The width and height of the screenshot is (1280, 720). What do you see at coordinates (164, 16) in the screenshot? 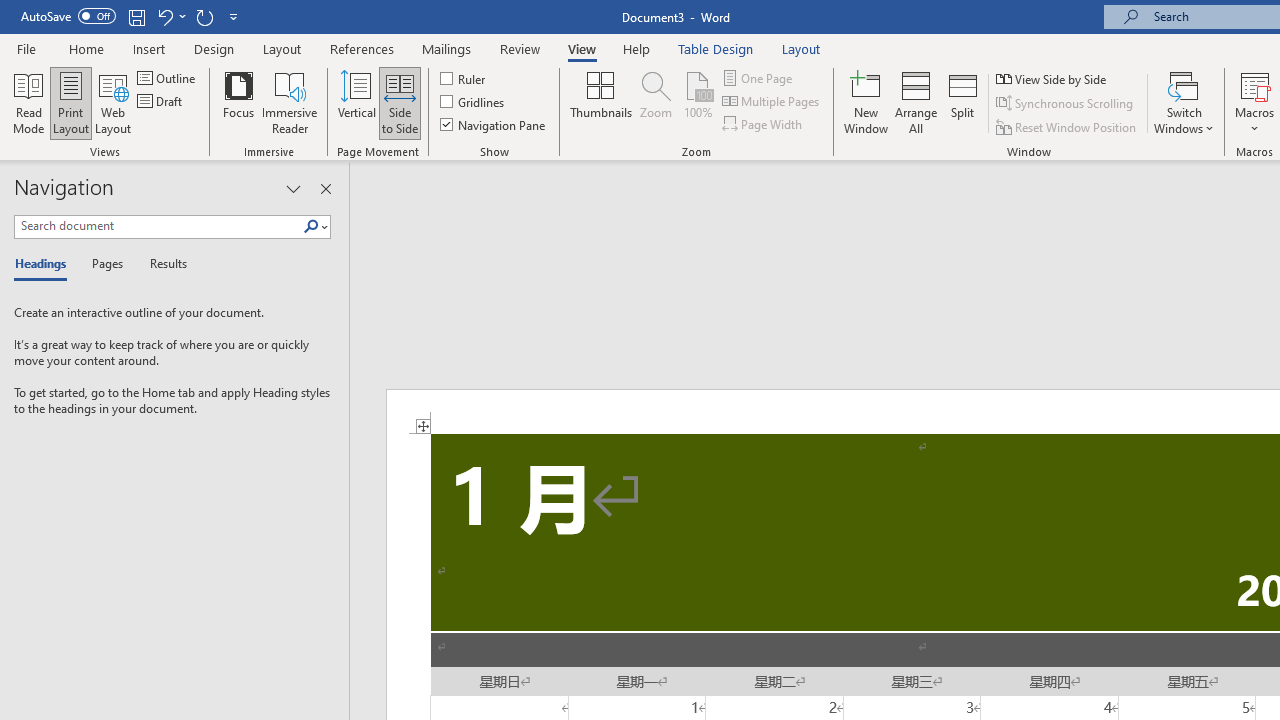
I see `'Undo Increase Indent'` at bounding box center [164, 16].